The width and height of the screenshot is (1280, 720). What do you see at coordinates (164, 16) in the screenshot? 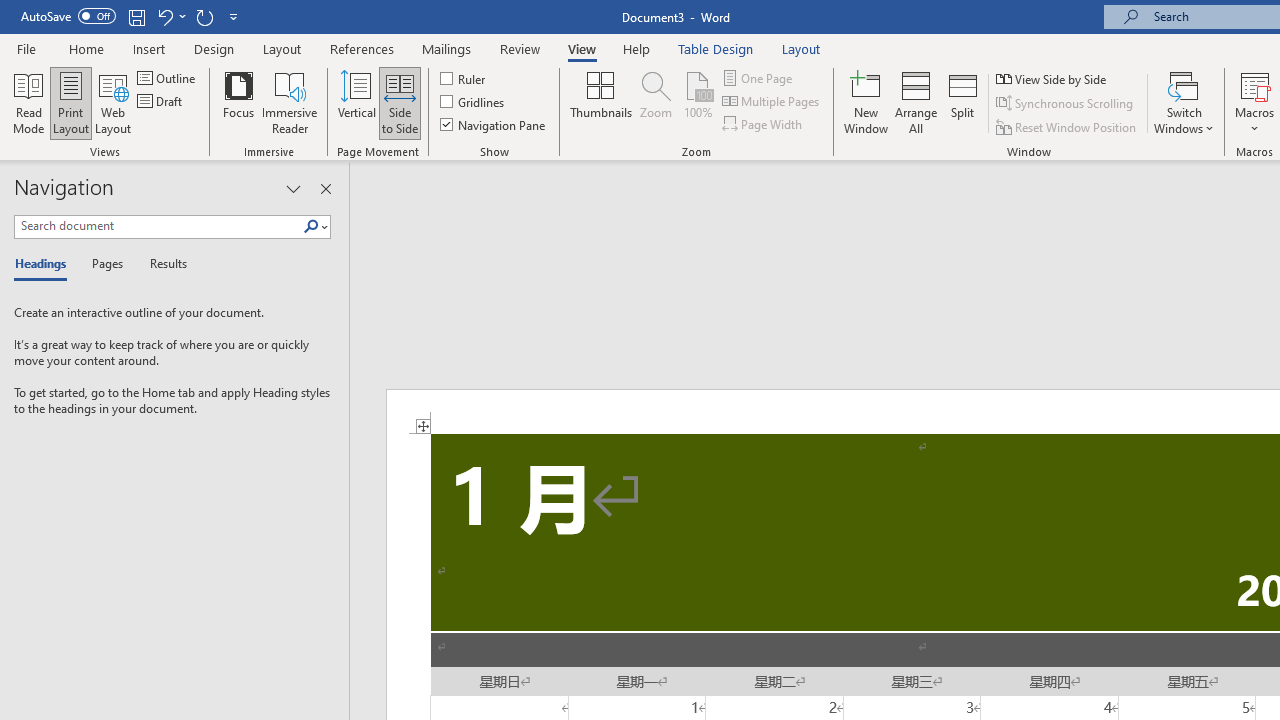
I see `'Undo Increase Indent'` at bounding box center [164, 16].